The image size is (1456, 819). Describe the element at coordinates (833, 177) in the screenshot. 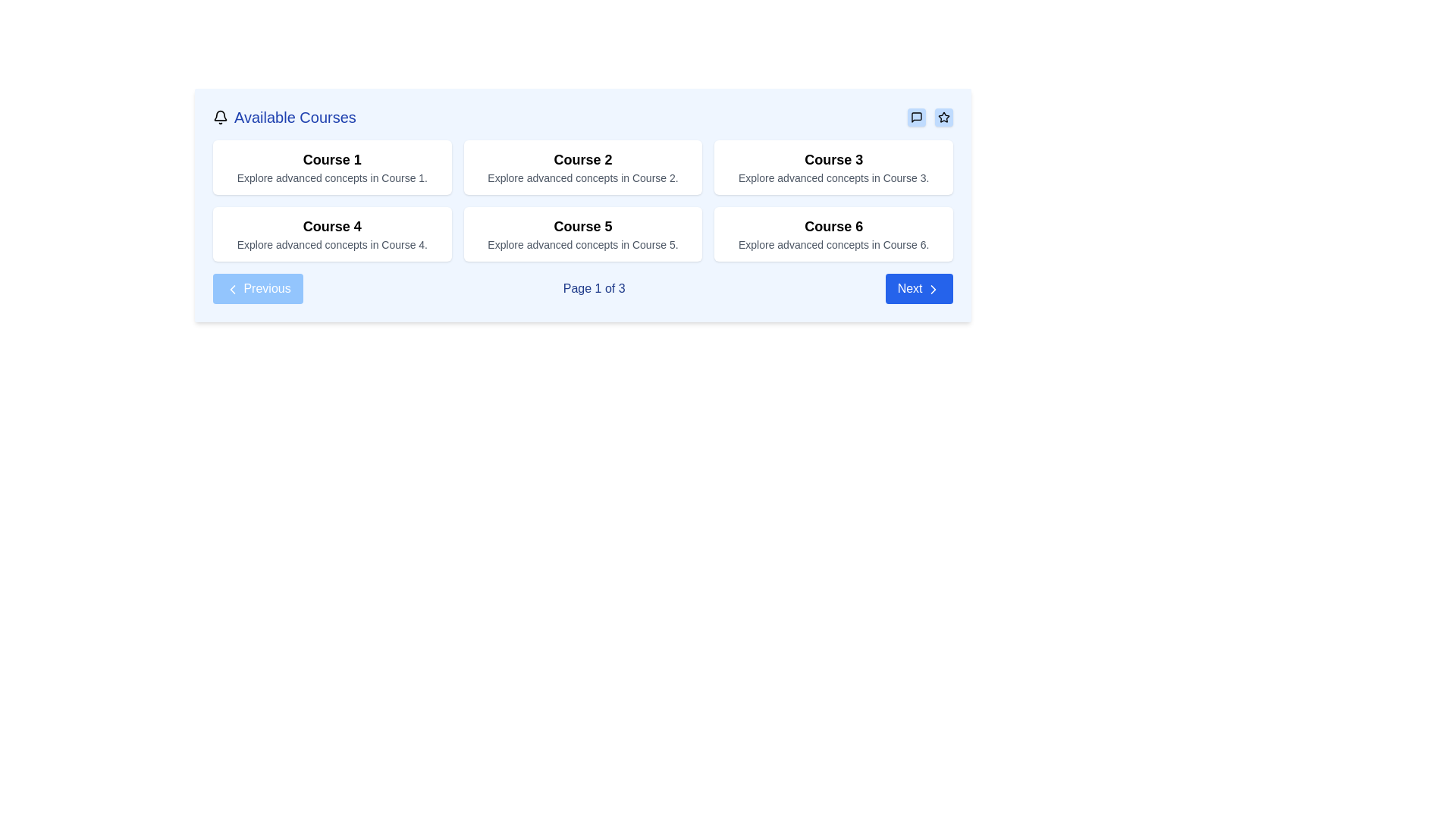

I see `the text label reading 'Explore advanced concepts in Course 3,' which is located under the header 'Course 3' and styled in a smaller, lighter gray font` at that location.